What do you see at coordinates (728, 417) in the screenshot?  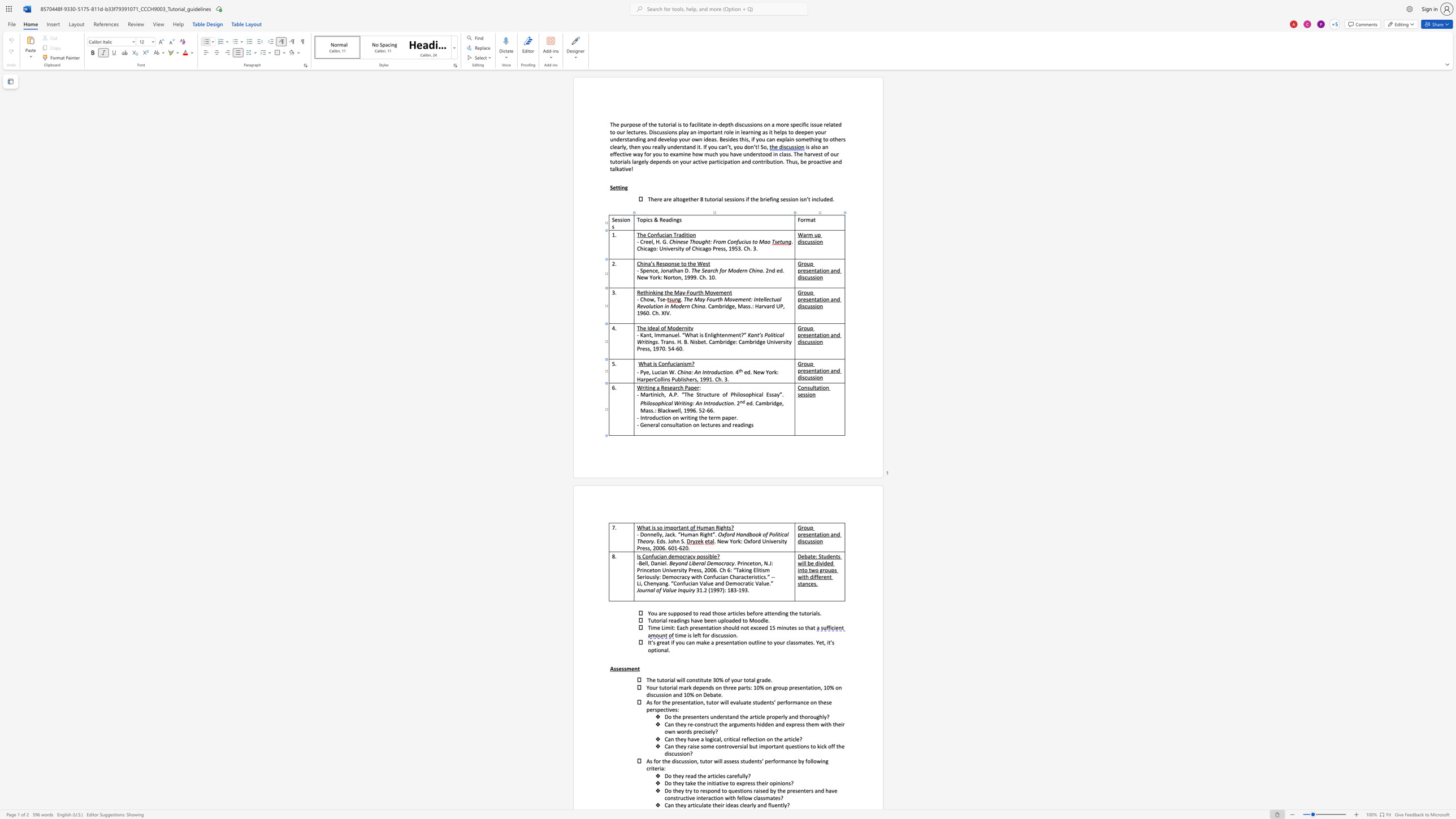 I see `the space between the continuous character "a" and "p" in the text` at bounding box center [728, 417].